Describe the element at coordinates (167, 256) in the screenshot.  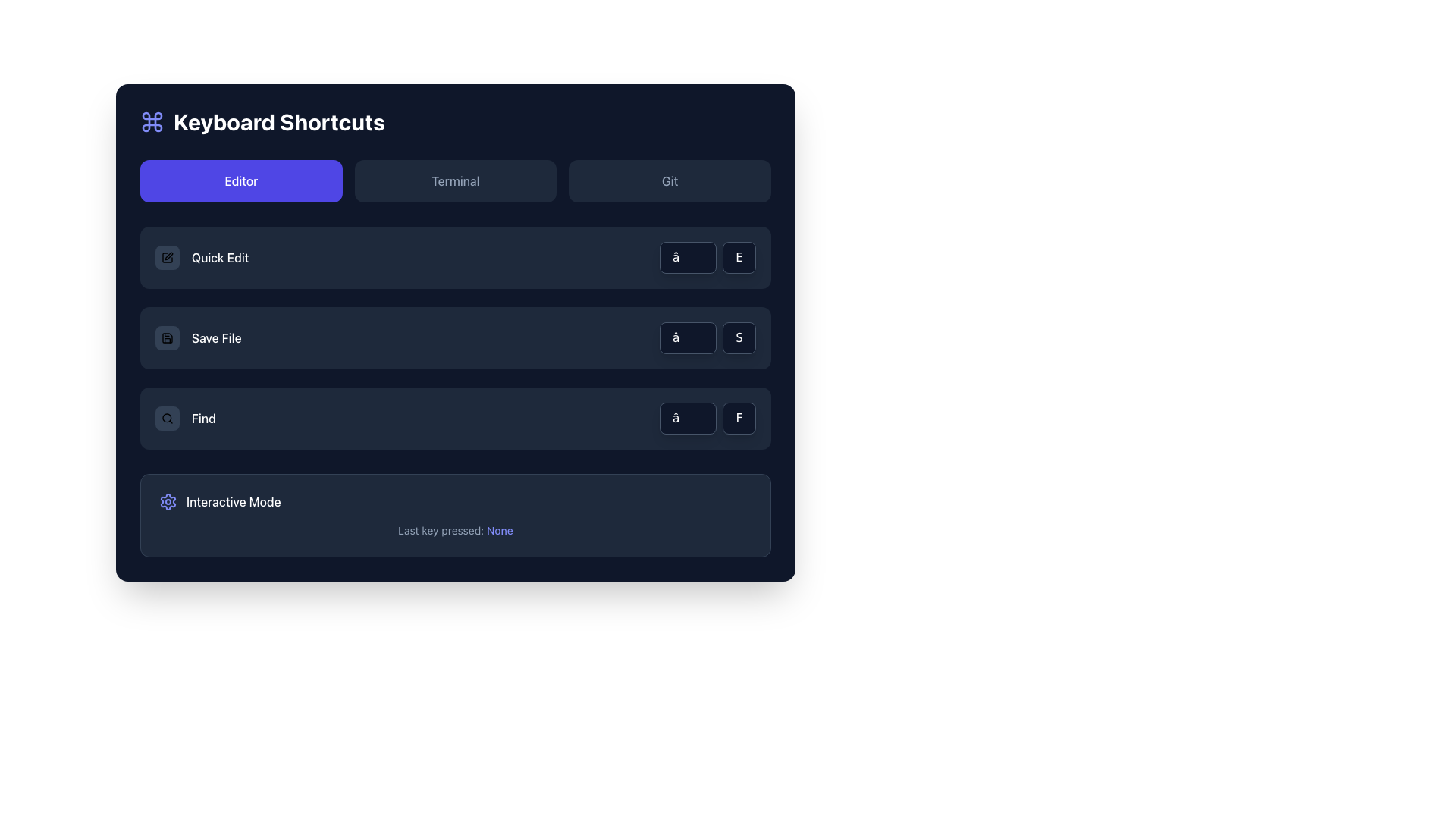
I see `the small square button with a pen icon, which is the leftmost component of the 'Quick Edit' row in the 'Keyboard Shortcuts' panel` at that location.